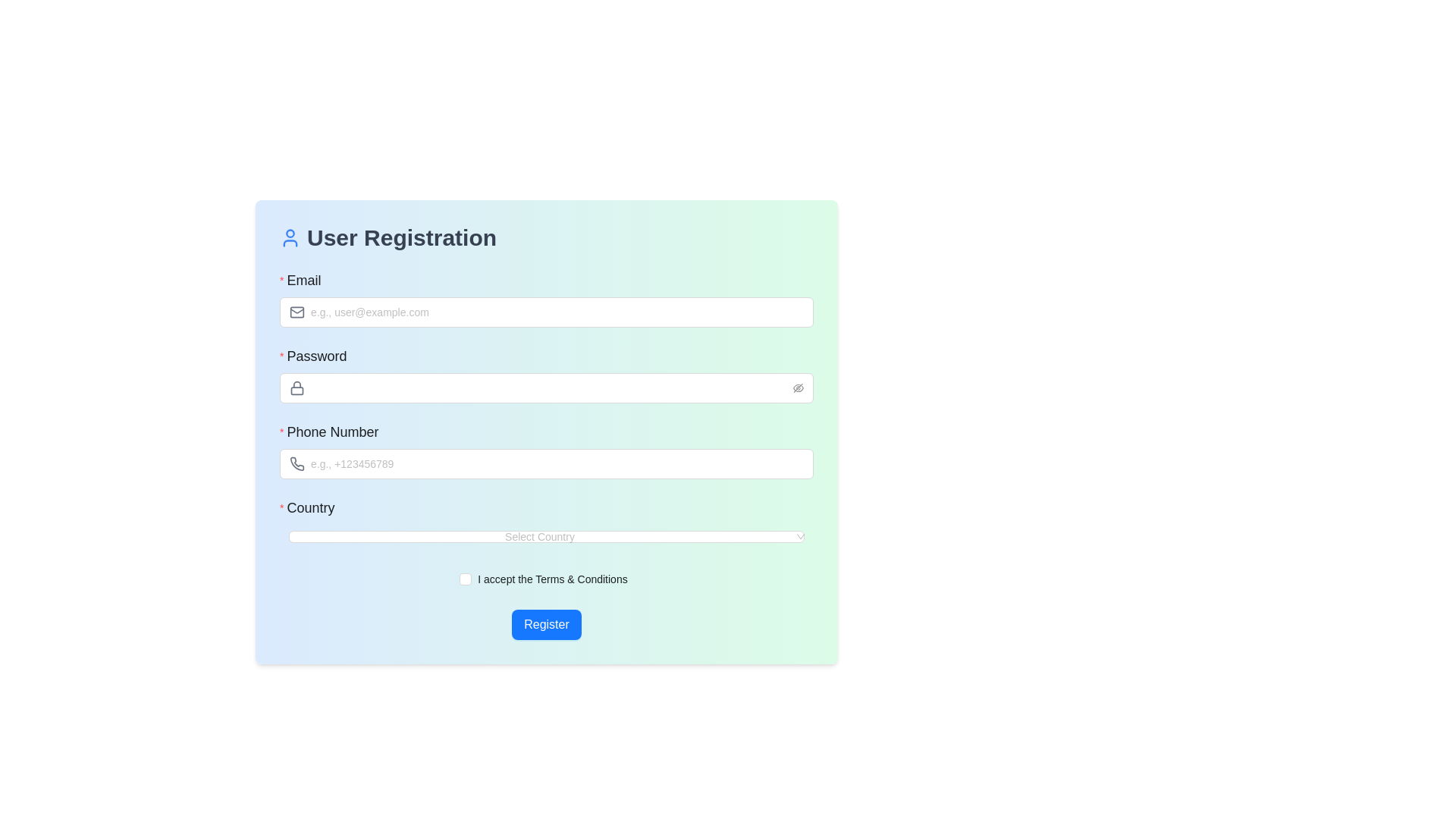  I want to click on the blue circular SVG icon representing an individual, located near the top-left corner of the user registration form, adjacent to the 'User Registration' header text, so click(290, 234).